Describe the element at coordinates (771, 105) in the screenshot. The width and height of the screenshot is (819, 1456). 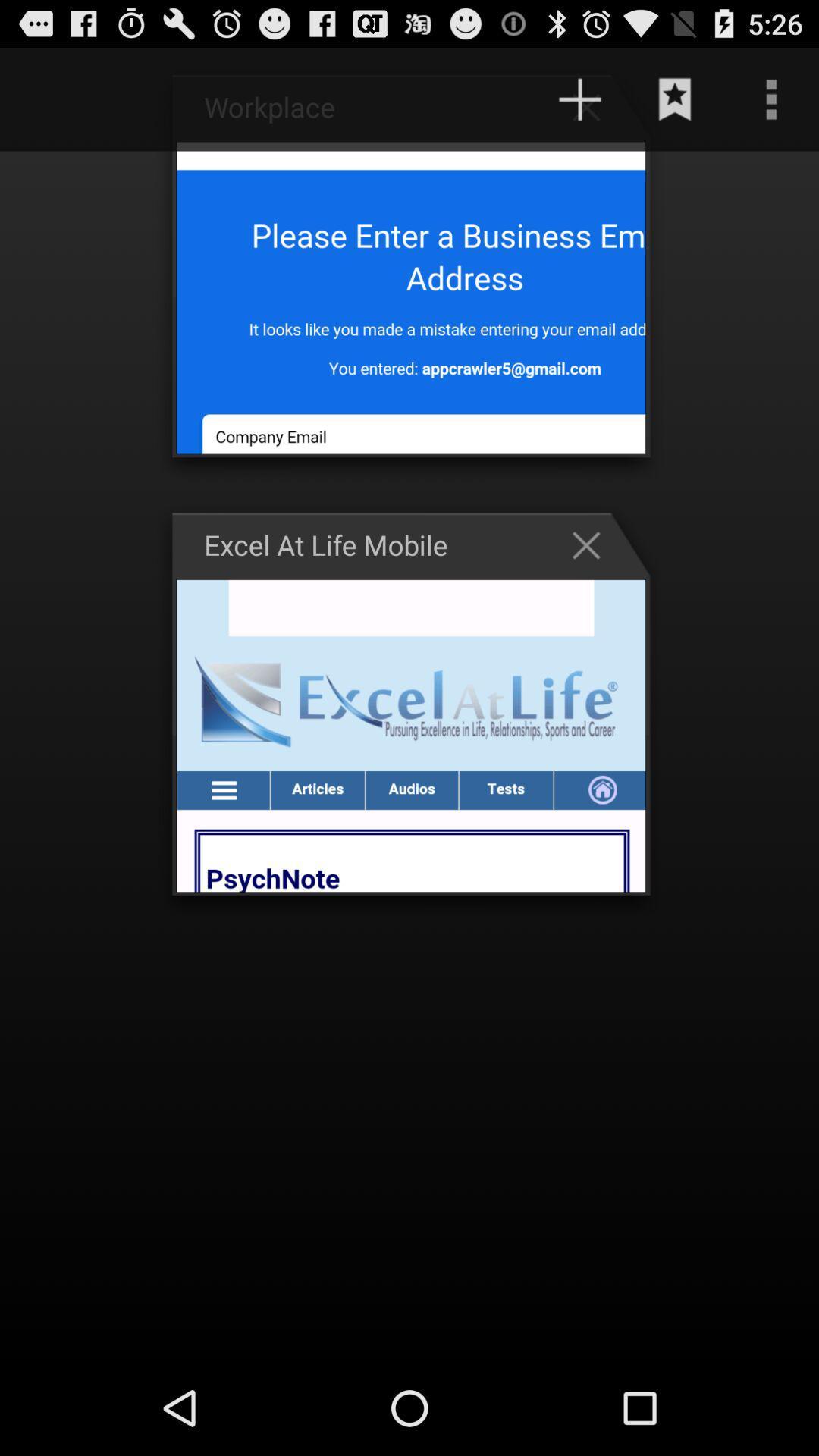
I see `the more icon` at that location.